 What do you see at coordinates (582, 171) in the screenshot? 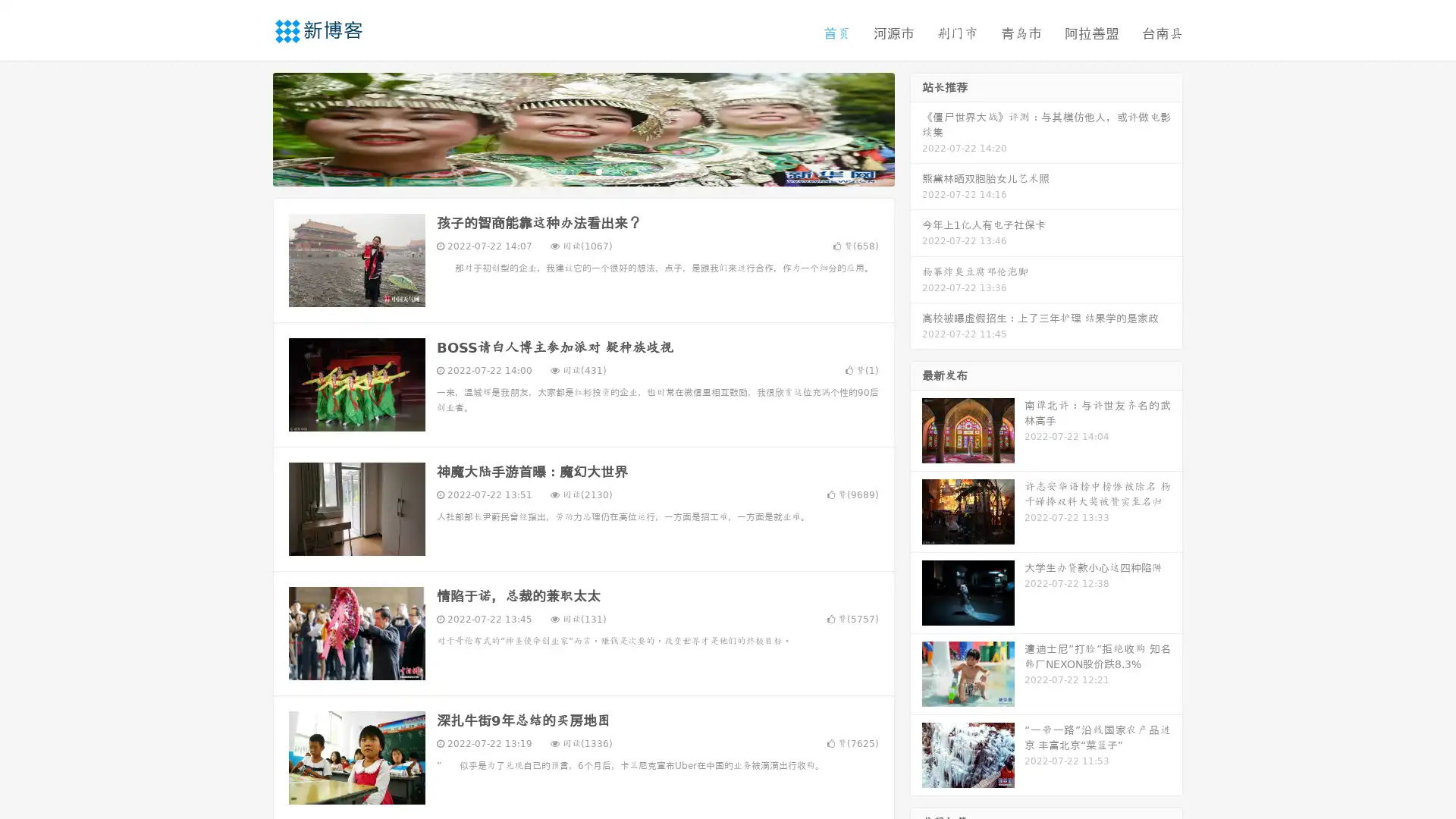
I see `Go to slide 2` at bounding box center [582, 171].